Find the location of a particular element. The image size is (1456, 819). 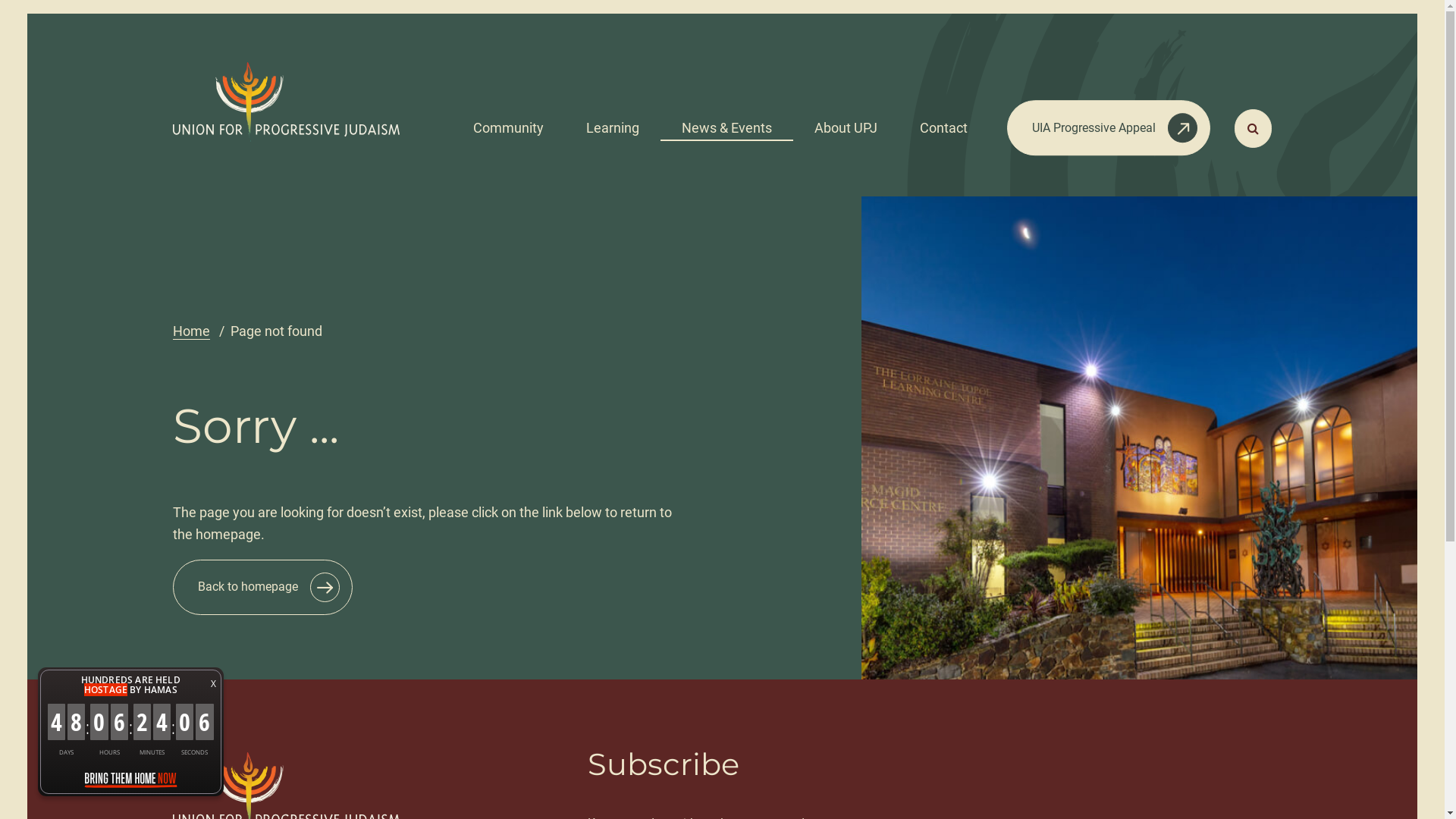

'About UPJ' is located at coordinates (845, 122).